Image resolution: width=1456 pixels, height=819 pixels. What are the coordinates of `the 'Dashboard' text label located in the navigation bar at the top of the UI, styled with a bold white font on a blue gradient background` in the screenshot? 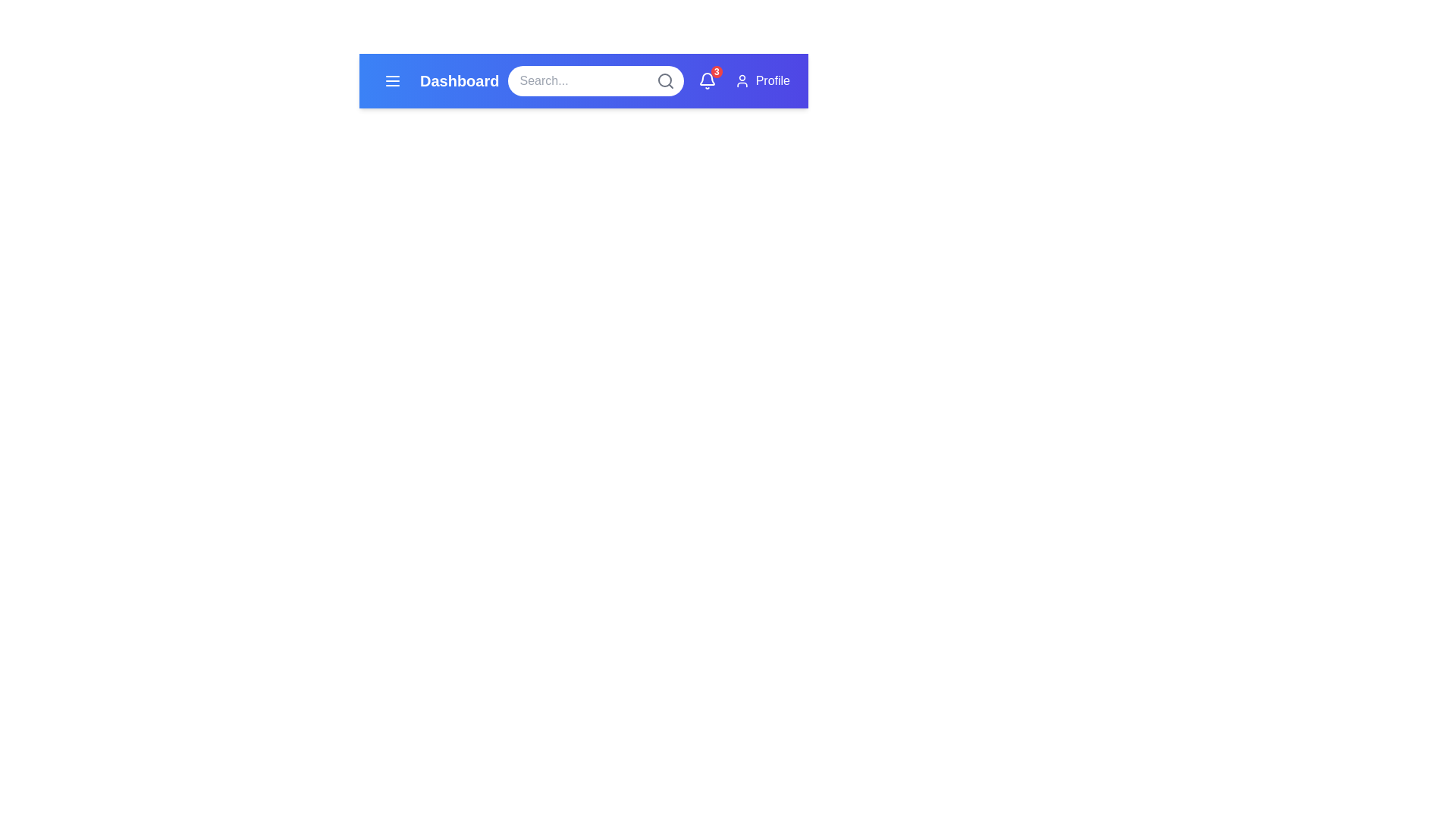 It's located at (459, 81).